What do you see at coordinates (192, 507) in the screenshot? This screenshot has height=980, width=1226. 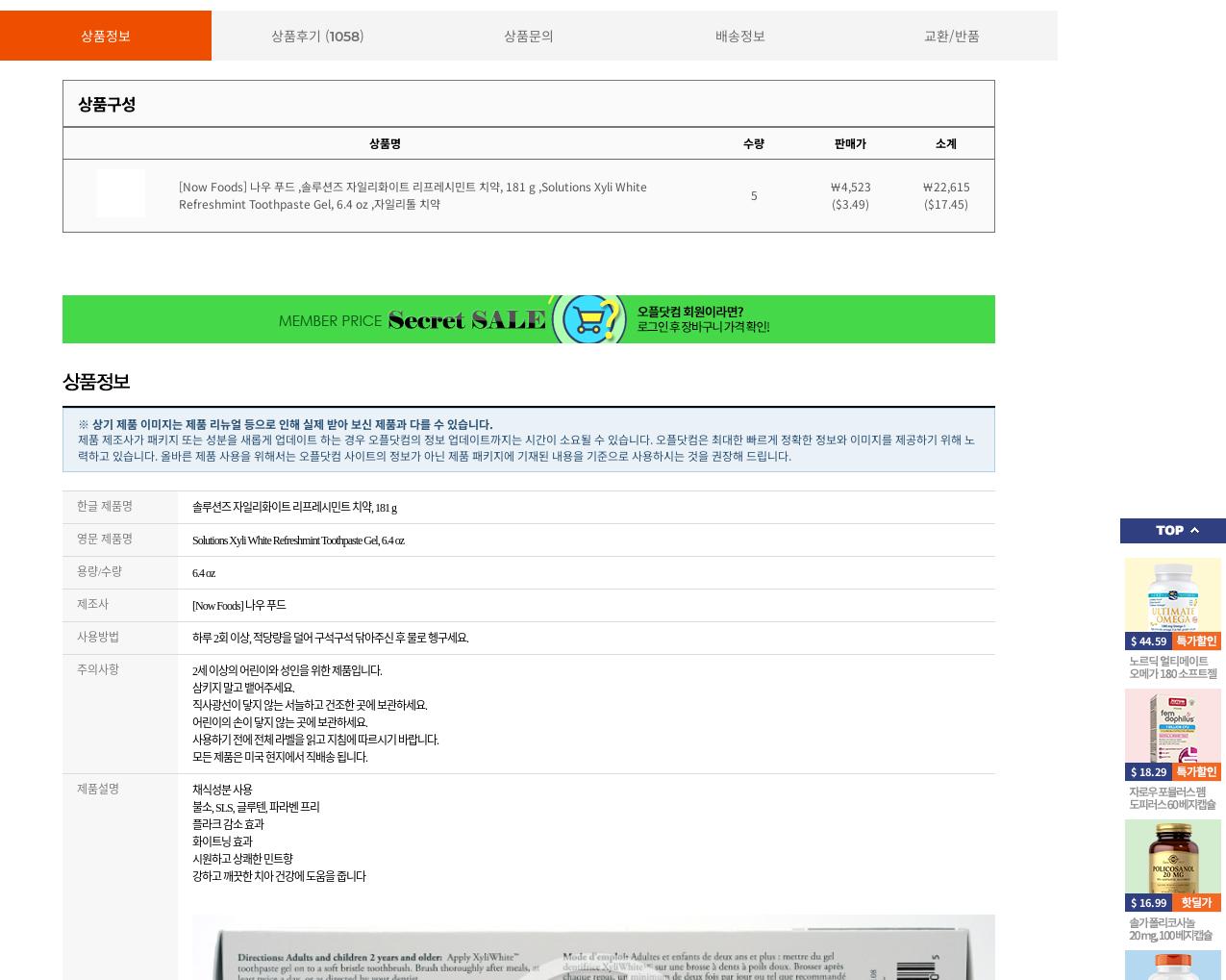 I see `'솔루션즈 자일리화이트 리프레시민트 치약, 181 g'` at bounding box center [192, 507].